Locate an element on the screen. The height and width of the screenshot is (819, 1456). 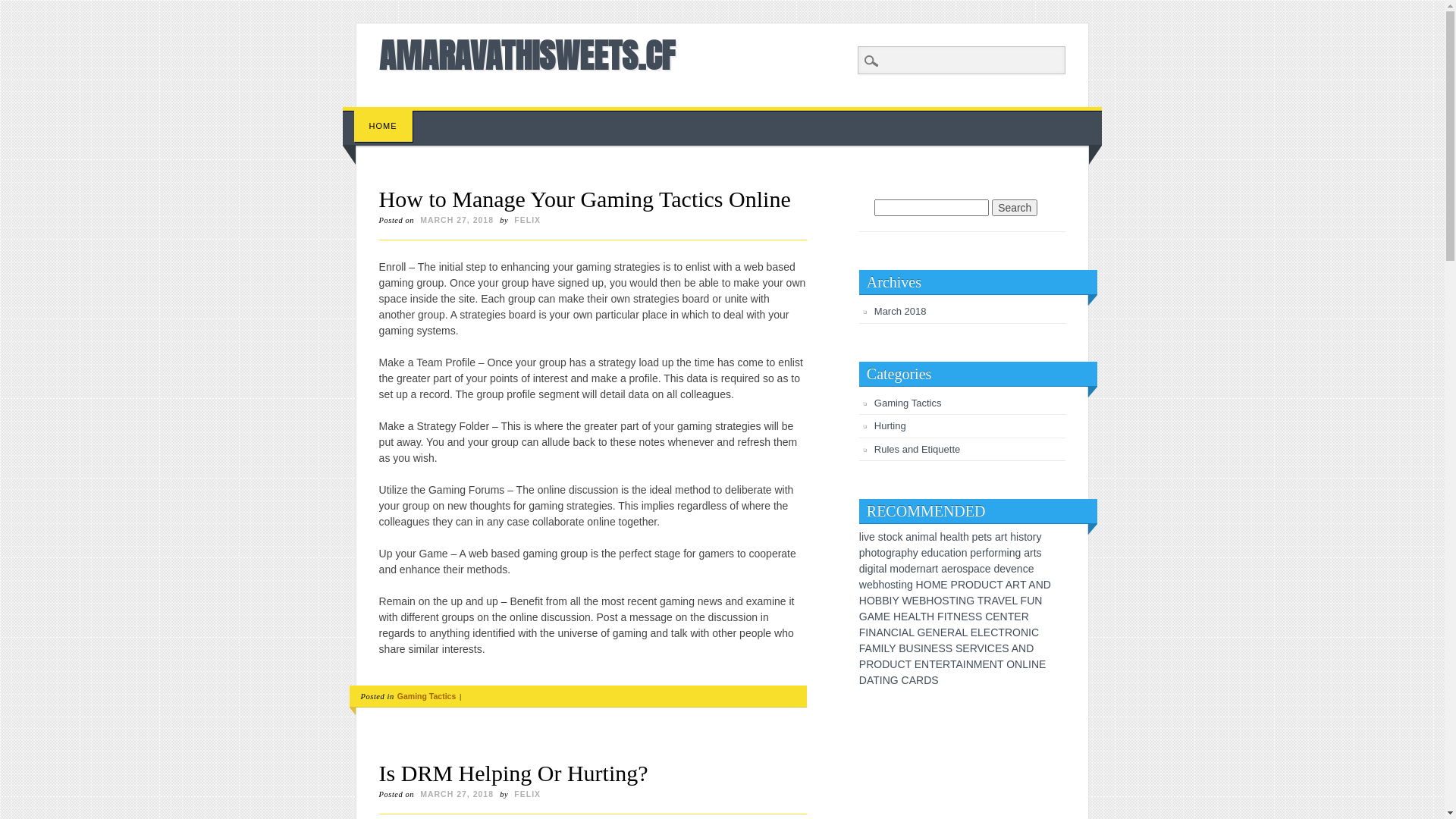
'r' is located at coordinates (917, 568).